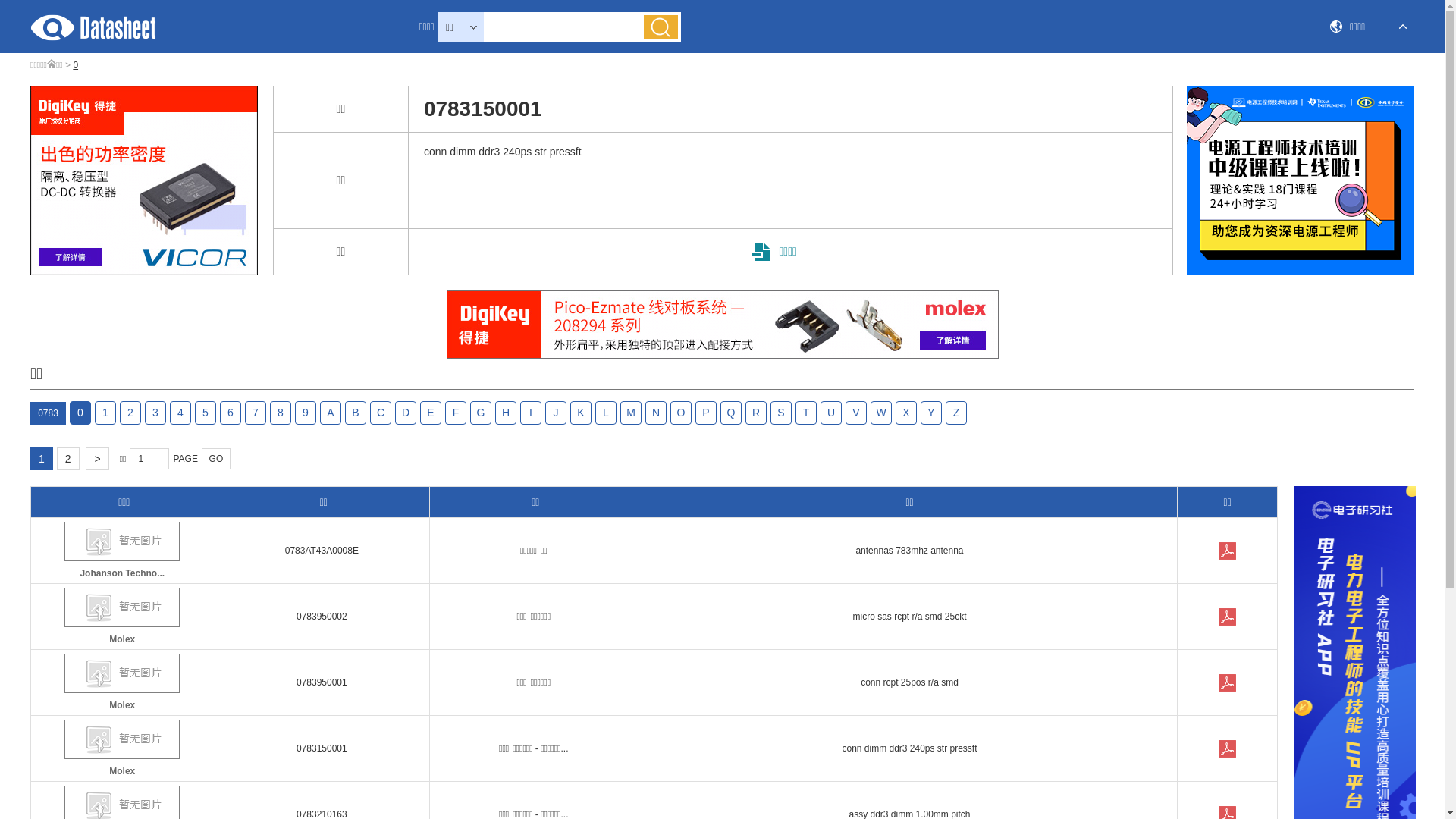  What do you see at coordinates (630, 413) in the screenshot?
I see `'M'` at bounding box center [630, 413].